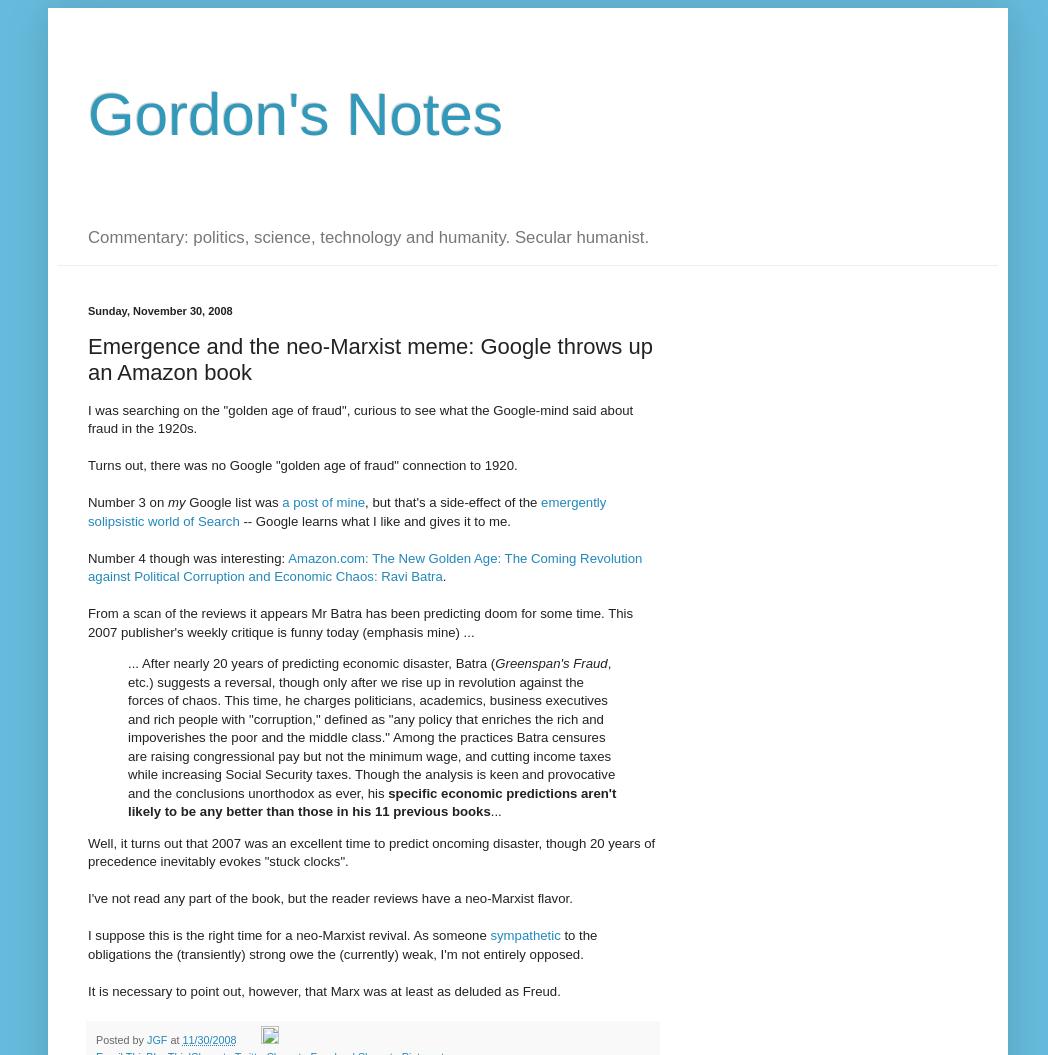  What do you see at coordinates (367, 237) in the screenshot?
I see `'Commentary: politics, science, technology and humanity. Secular humanist.'` at bounding box center [367, 237].